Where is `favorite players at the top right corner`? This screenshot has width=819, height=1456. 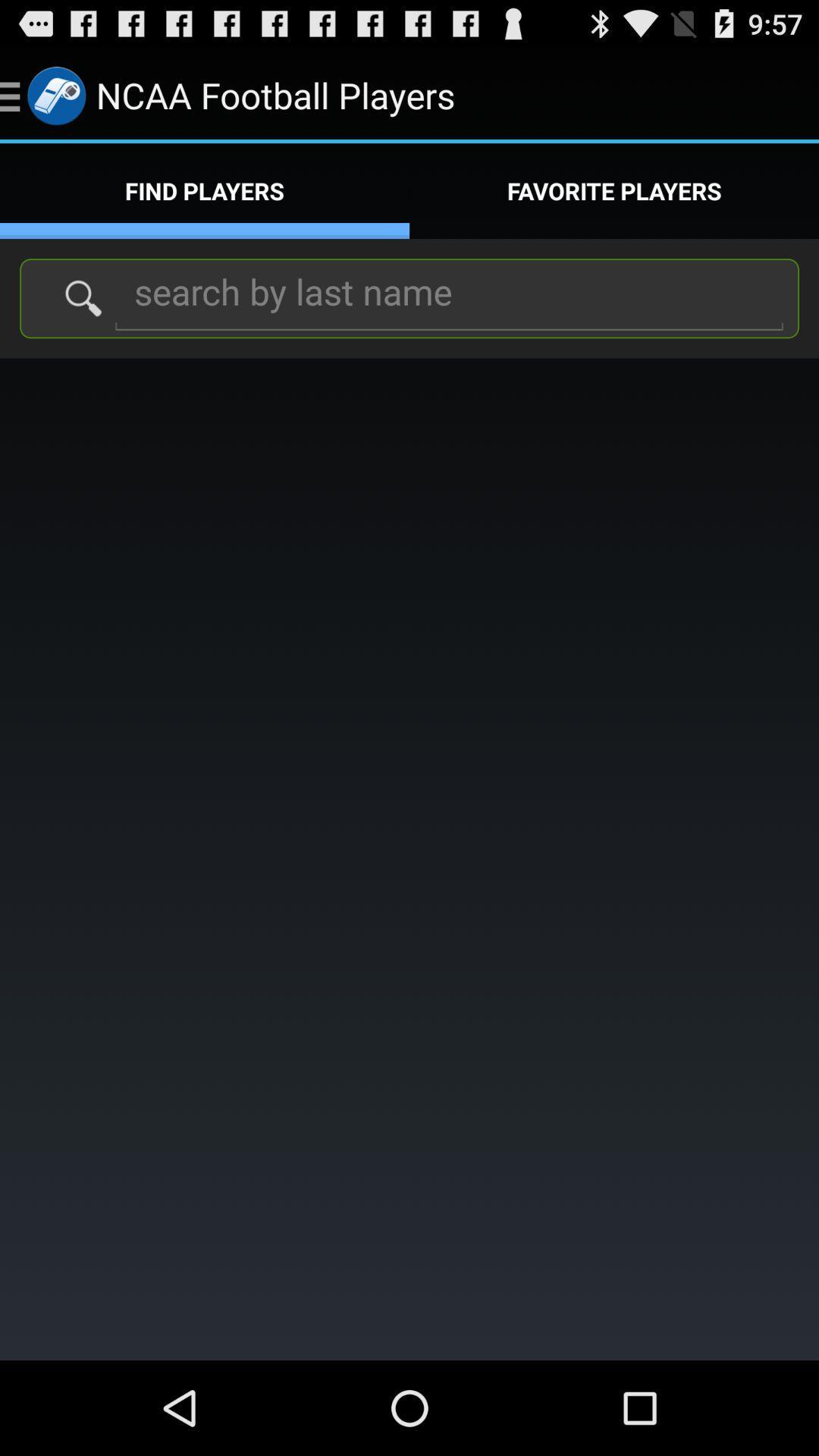
favorite players at the top right corner is located at coordinates (614, 190).